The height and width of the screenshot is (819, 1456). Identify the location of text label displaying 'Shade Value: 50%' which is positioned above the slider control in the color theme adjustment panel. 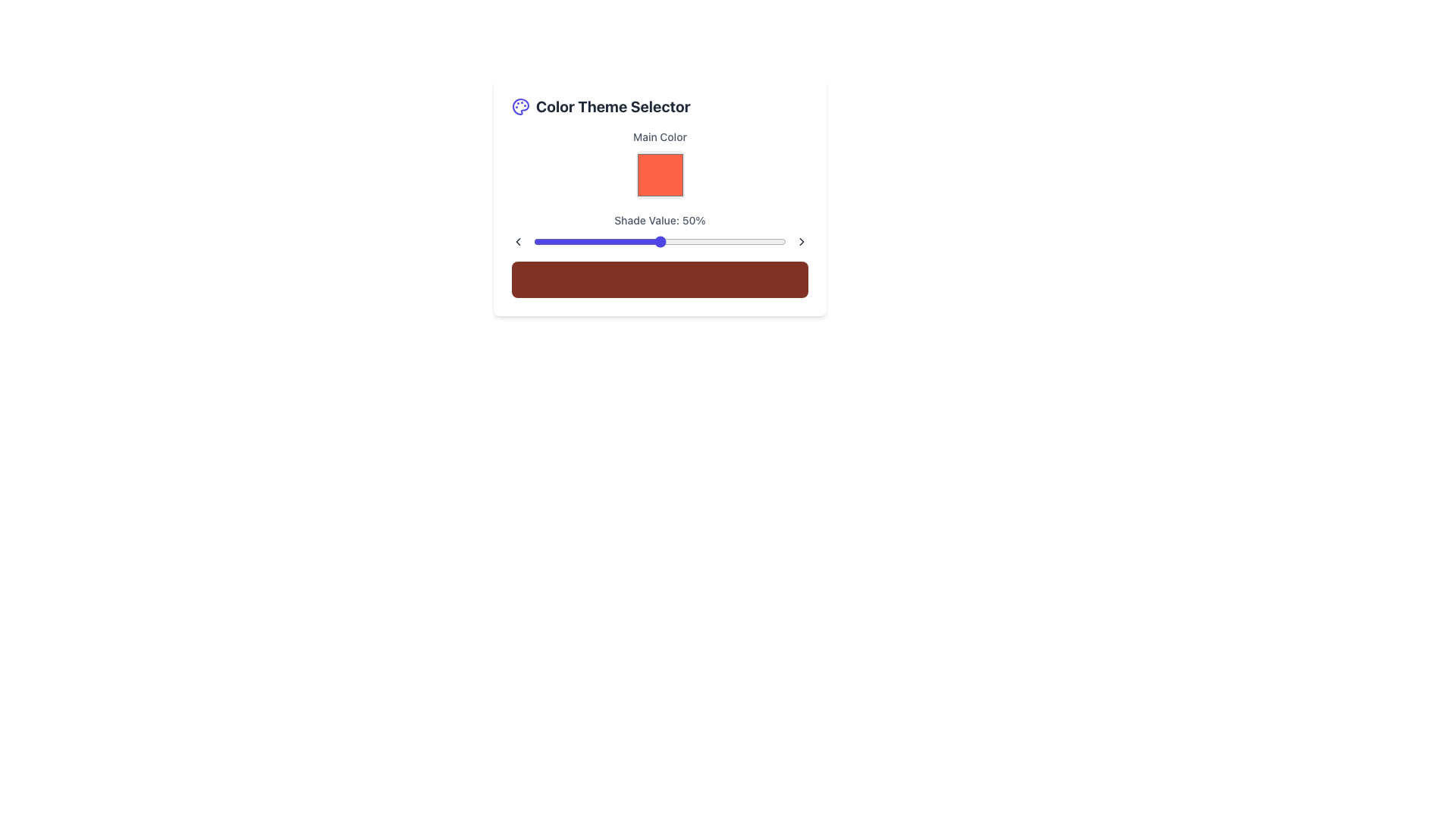
(660, 220).